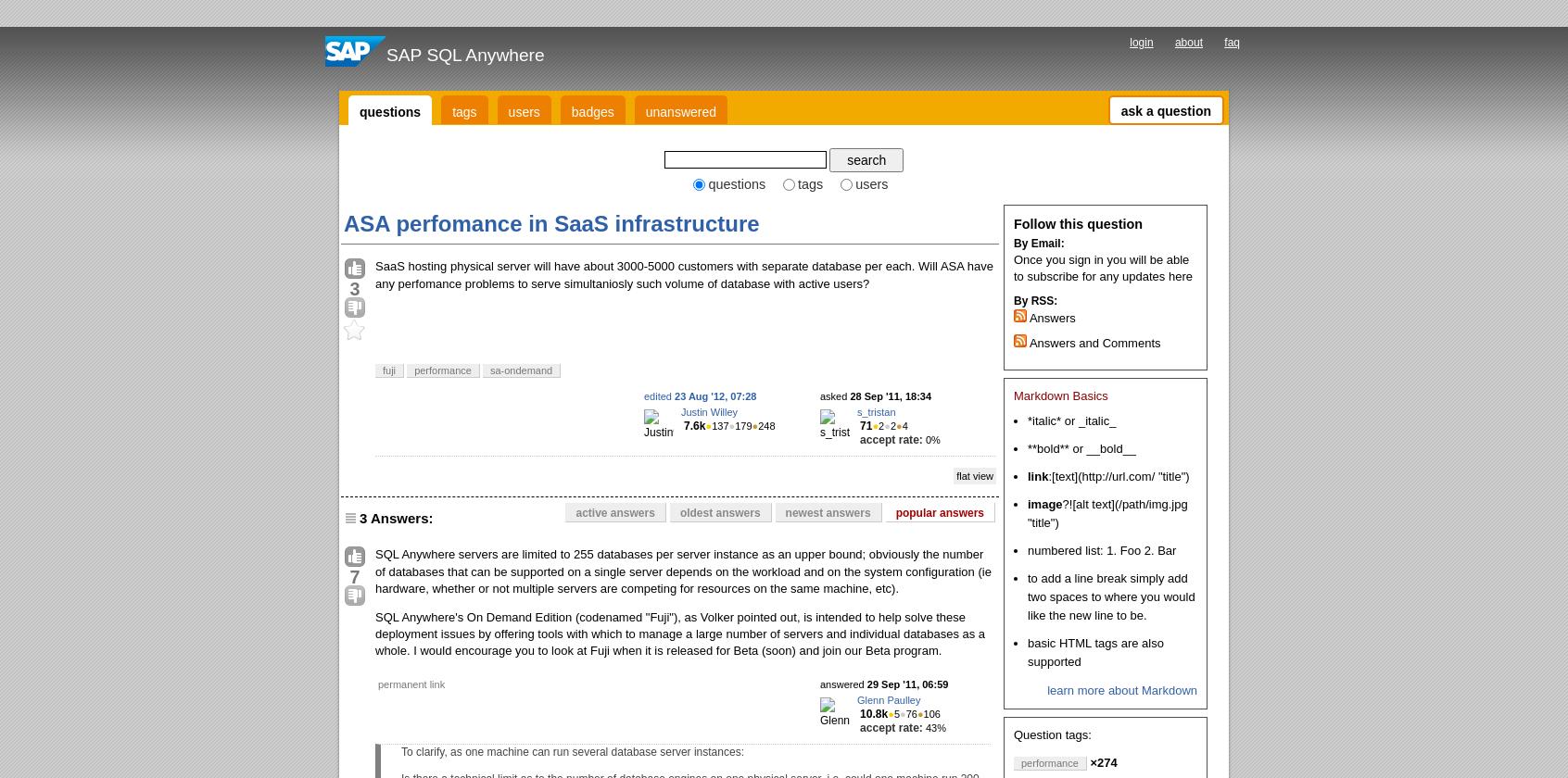 This screenshot has width=1568, height=778. Describe the element at coordinates (571, 751) in the screenshot. I see `'To clarify, as one machine can run several database server instances:'` at that location.